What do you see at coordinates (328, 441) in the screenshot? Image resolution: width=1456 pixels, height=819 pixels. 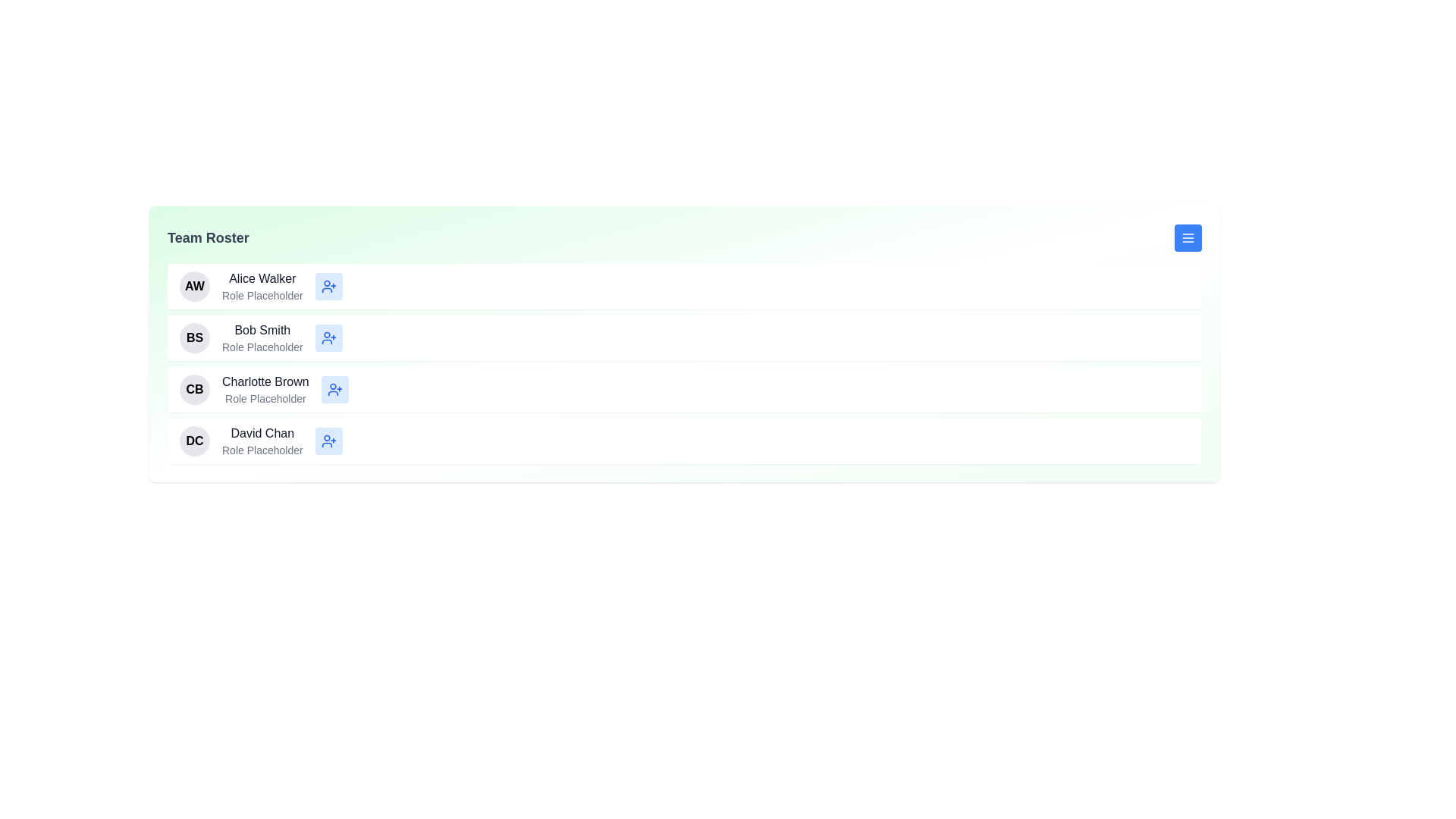 I see `the actionable button for adding or inviting a user related to the 'David Chan' entry in the list` at bounding box center [328, 441].